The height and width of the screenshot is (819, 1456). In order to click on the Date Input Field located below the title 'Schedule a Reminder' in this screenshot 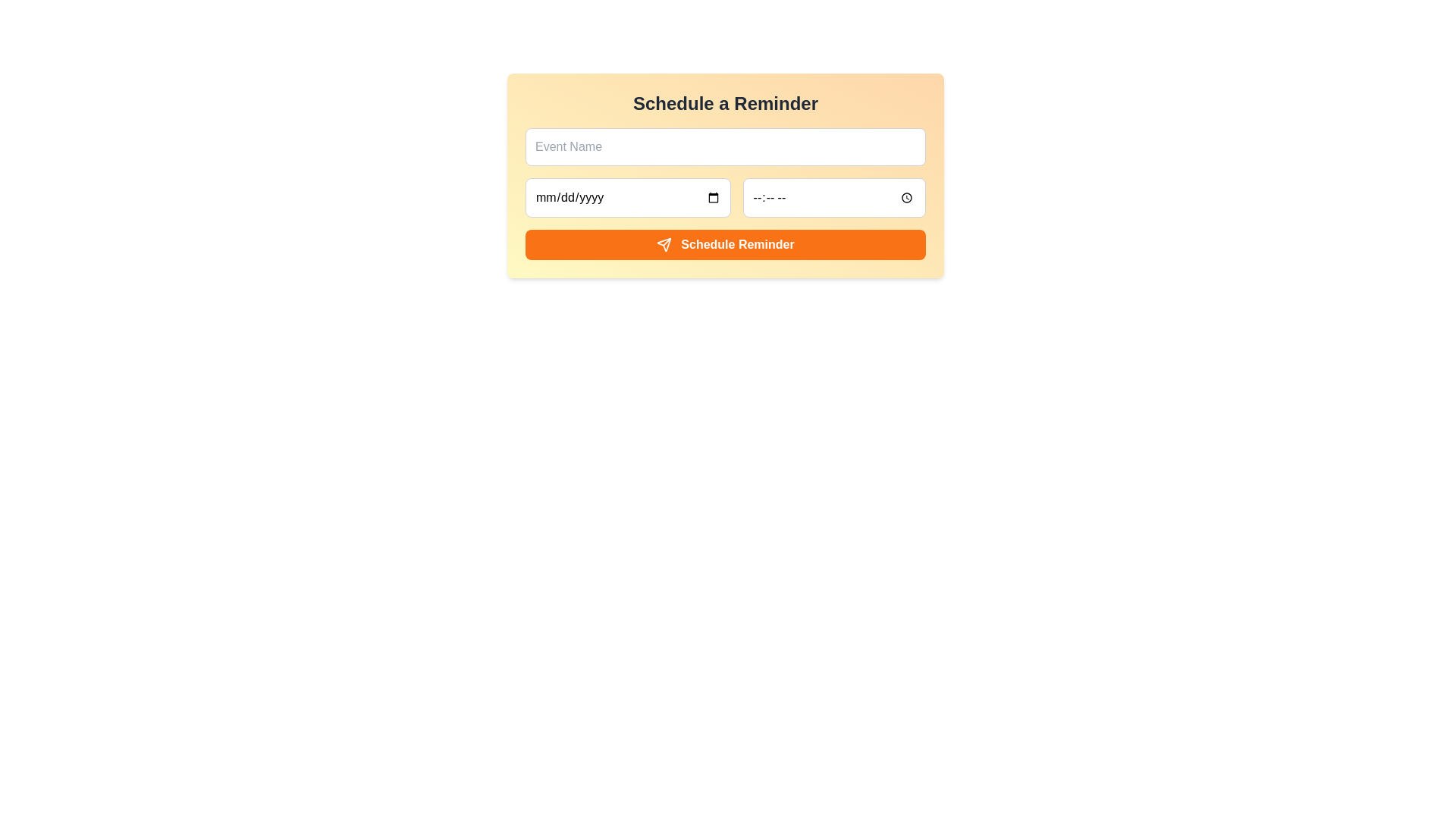, I will do `click(628, 197)`.